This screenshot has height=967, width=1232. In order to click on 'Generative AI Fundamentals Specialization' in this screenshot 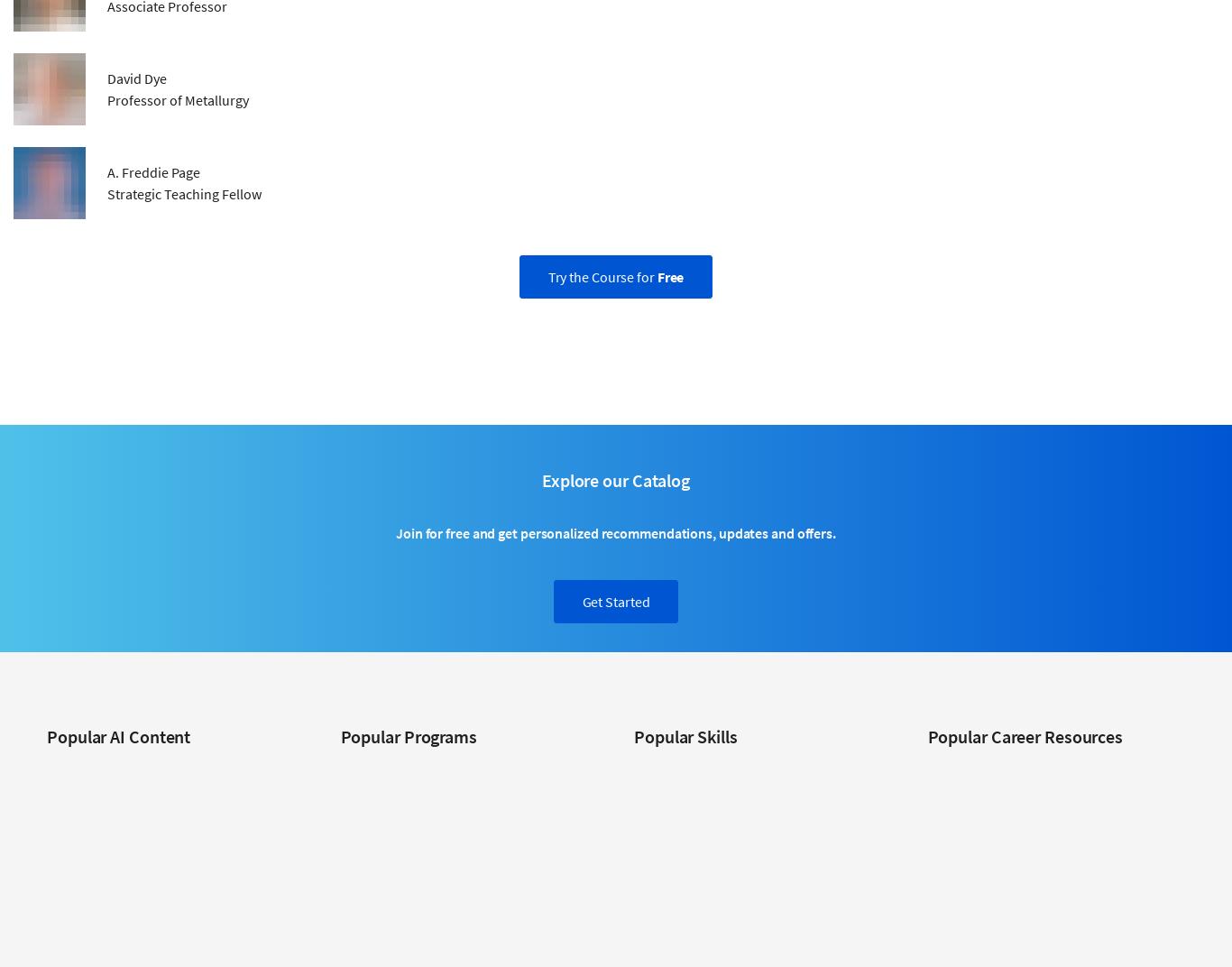, I will do `click(47, 902)`.